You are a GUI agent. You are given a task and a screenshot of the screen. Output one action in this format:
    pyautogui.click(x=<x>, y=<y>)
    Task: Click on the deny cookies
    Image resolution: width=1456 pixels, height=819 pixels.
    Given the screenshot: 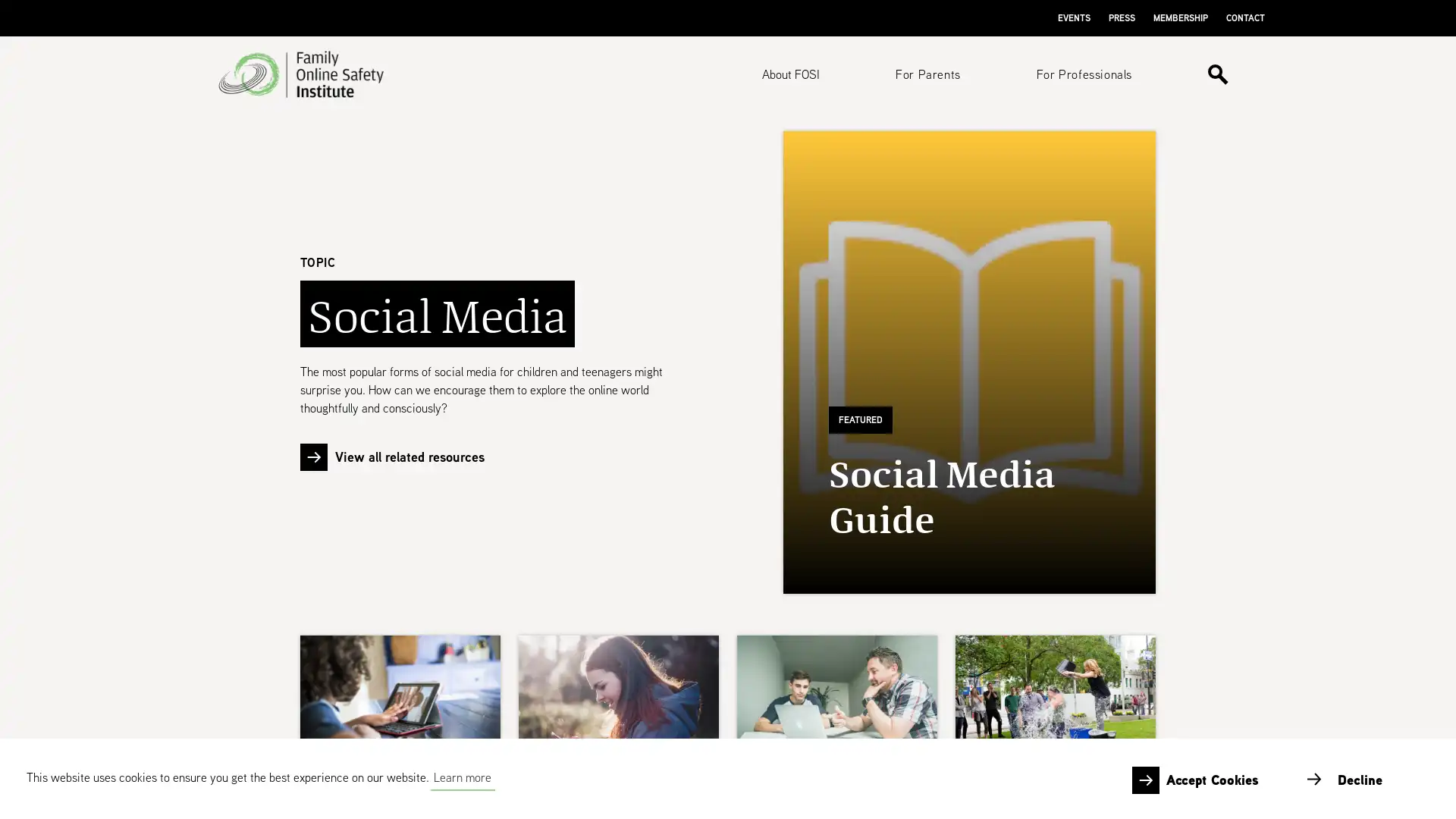 What is the action you would take?
    pyautogui.click(x=1345, y=778)
    